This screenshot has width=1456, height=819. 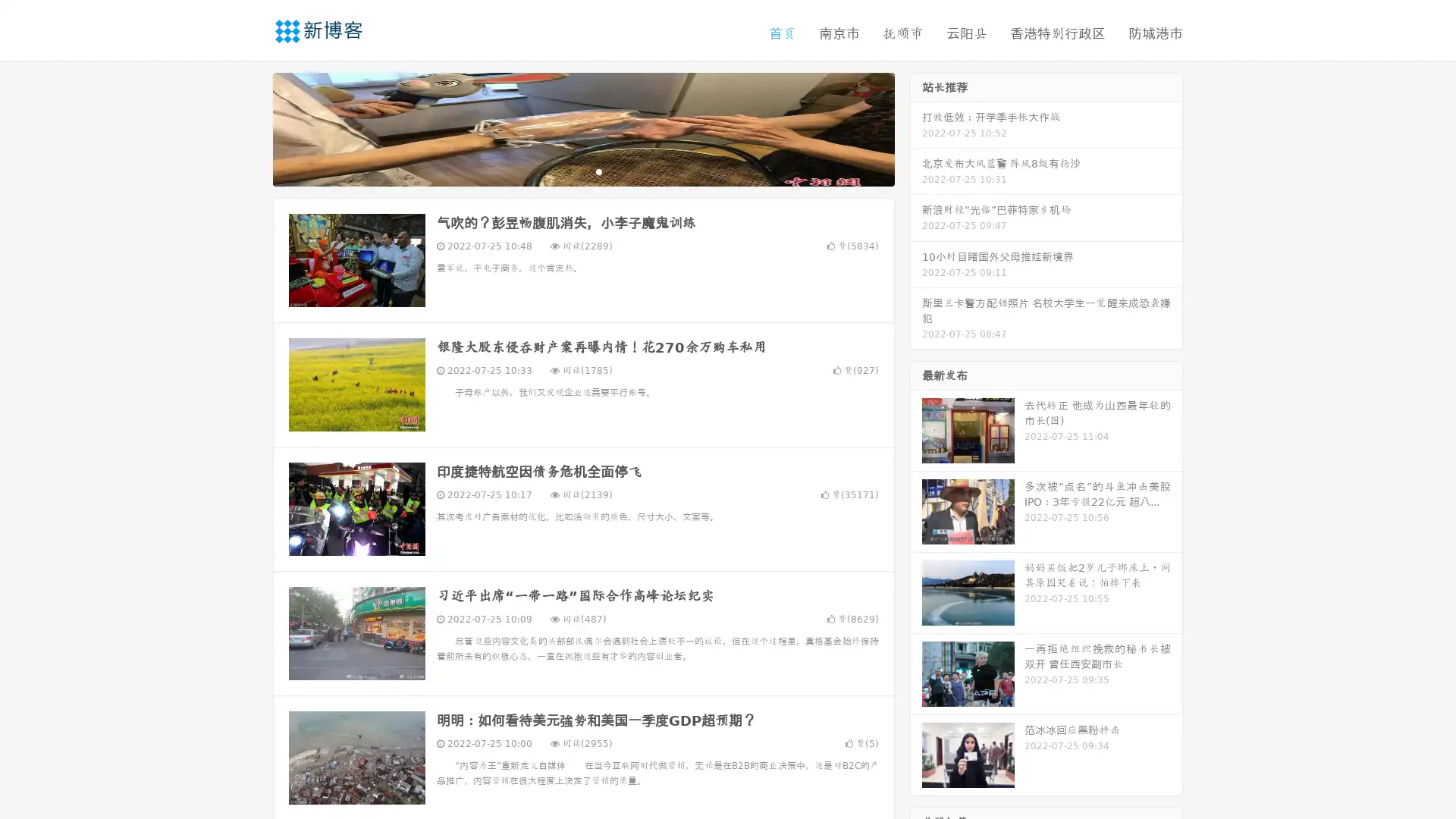 What do you see at coordinates (582, 171) in the screenshot?
I see `Go to slide 2` at bounding box center [582, 171].